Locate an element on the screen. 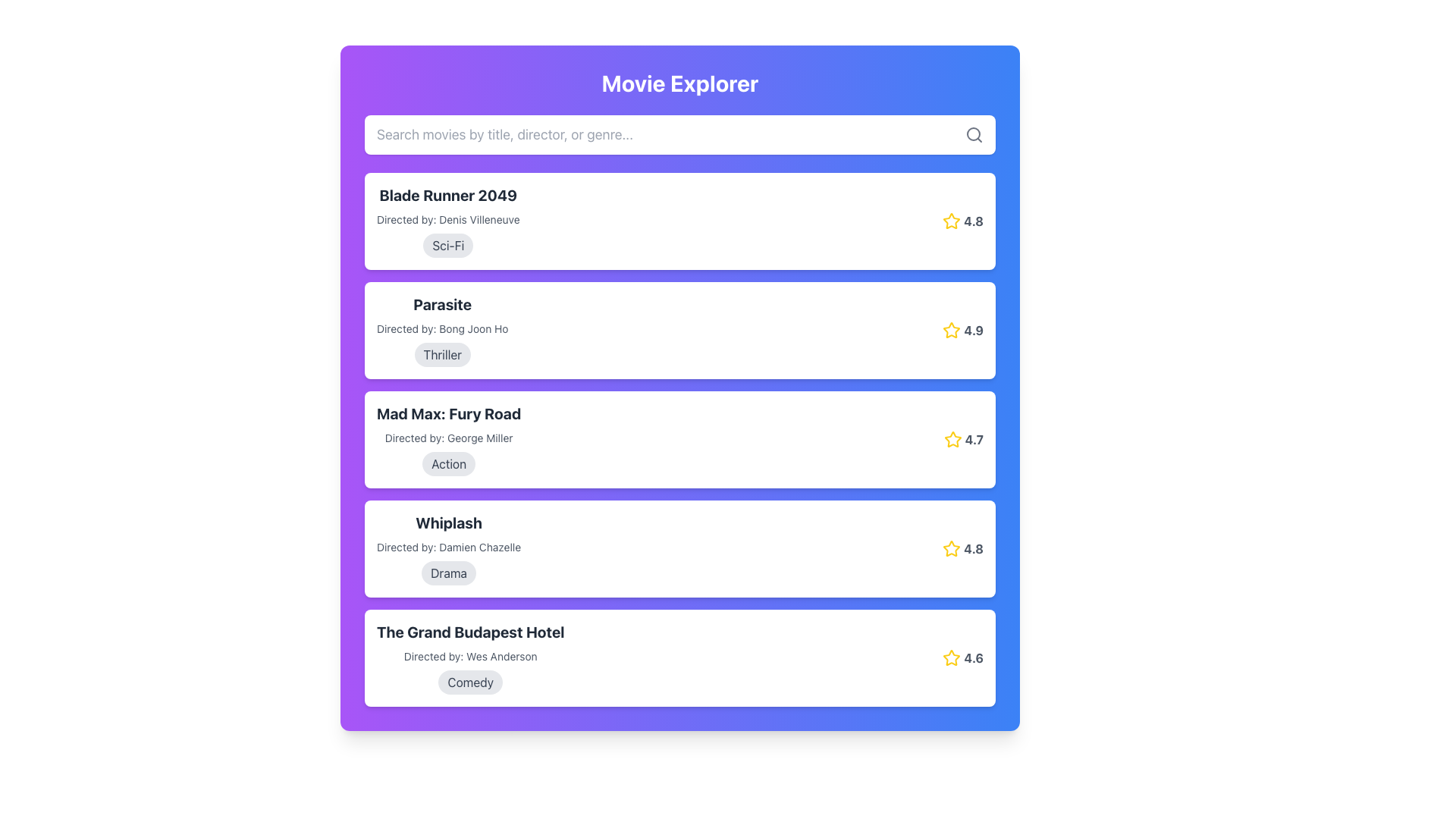  the genre label tag with the text 'Sci-Fi', which is an oval-shaped tag located beneath the title 'Blade Runner 2049' and the director information is located at coordinates (447, 245).